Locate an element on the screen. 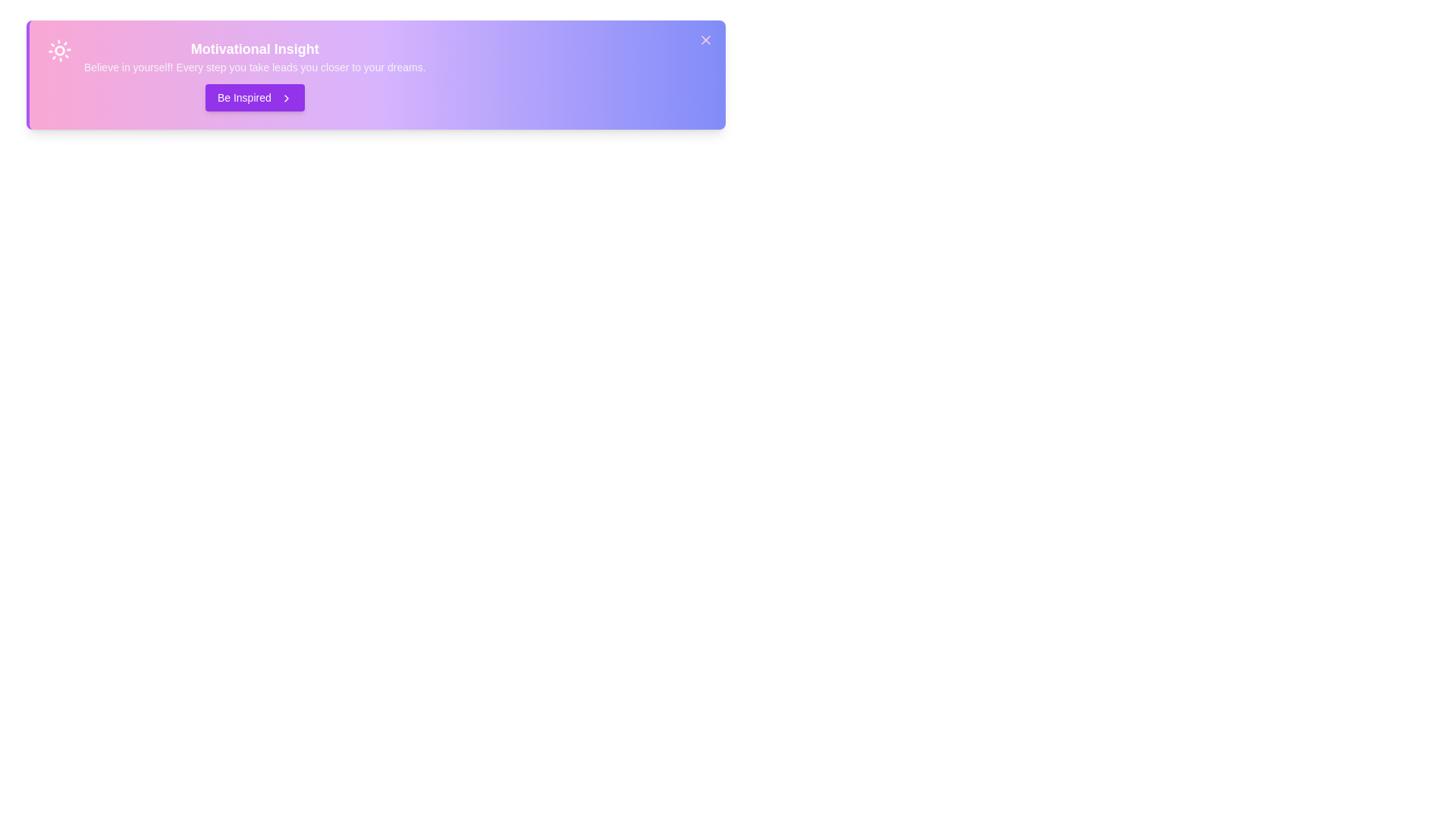  'Be Inspired' button to trigger the motivational message is located at coordinates (255, 97).